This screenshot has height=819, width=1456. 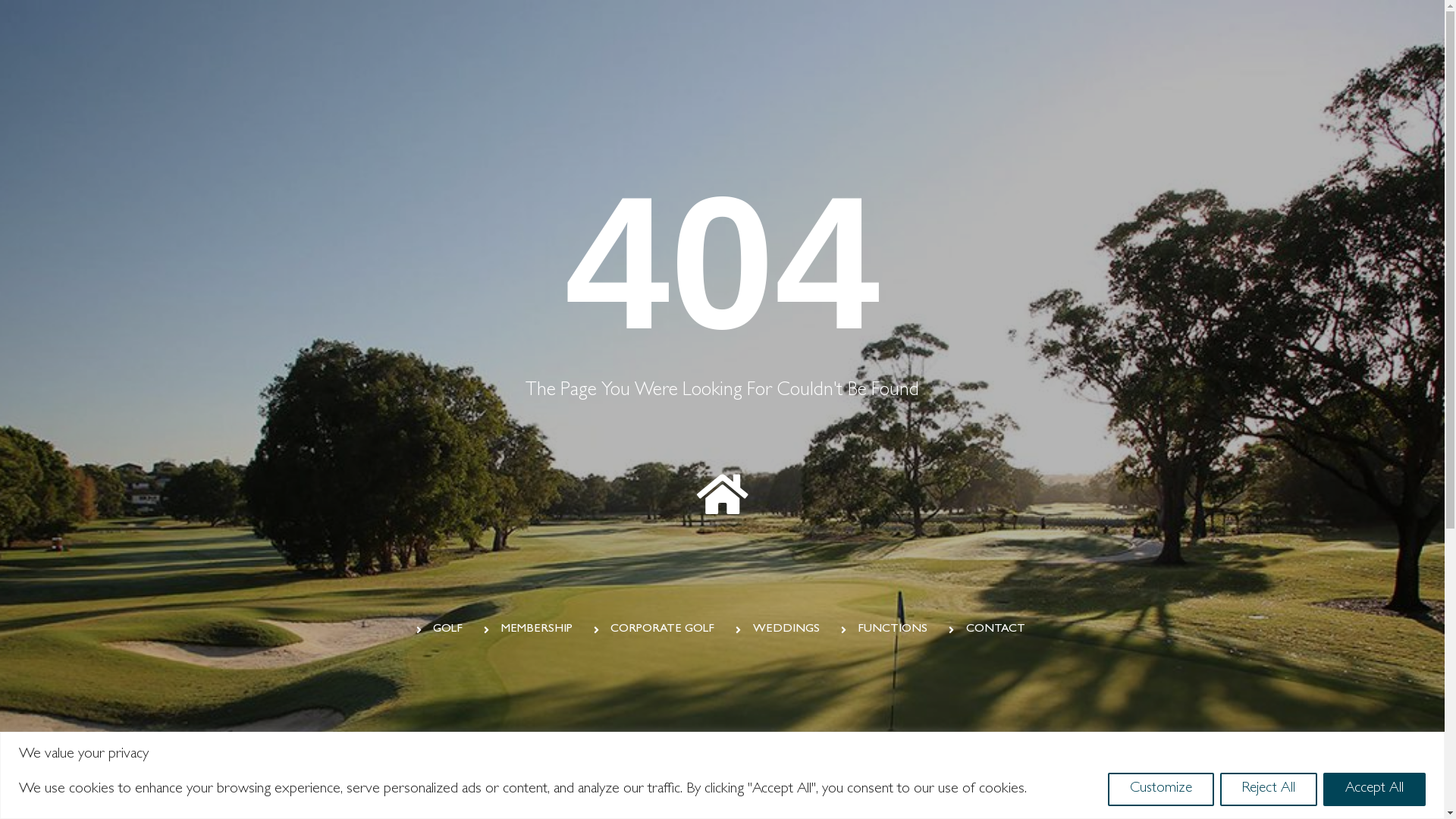 What do you see at coordinates (530, 629) in the screenshot?
I see `'MEMBERSHIP'` at bounding box center [530, 629].